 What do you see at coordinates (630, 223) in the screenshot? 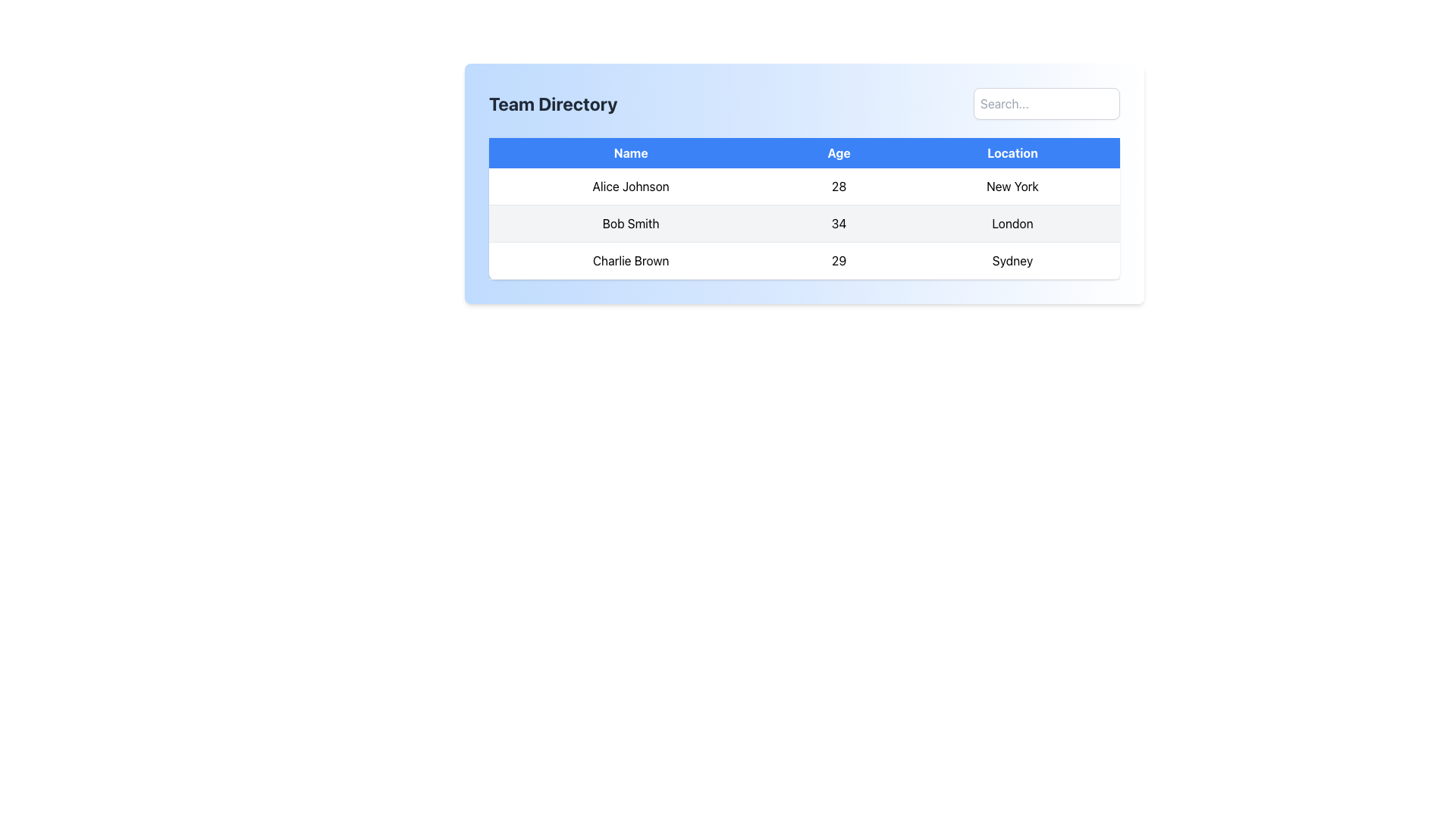
I see `the text display element reading 'Bob Smith' in the Team Directory table` at bounding box center [630, 223].